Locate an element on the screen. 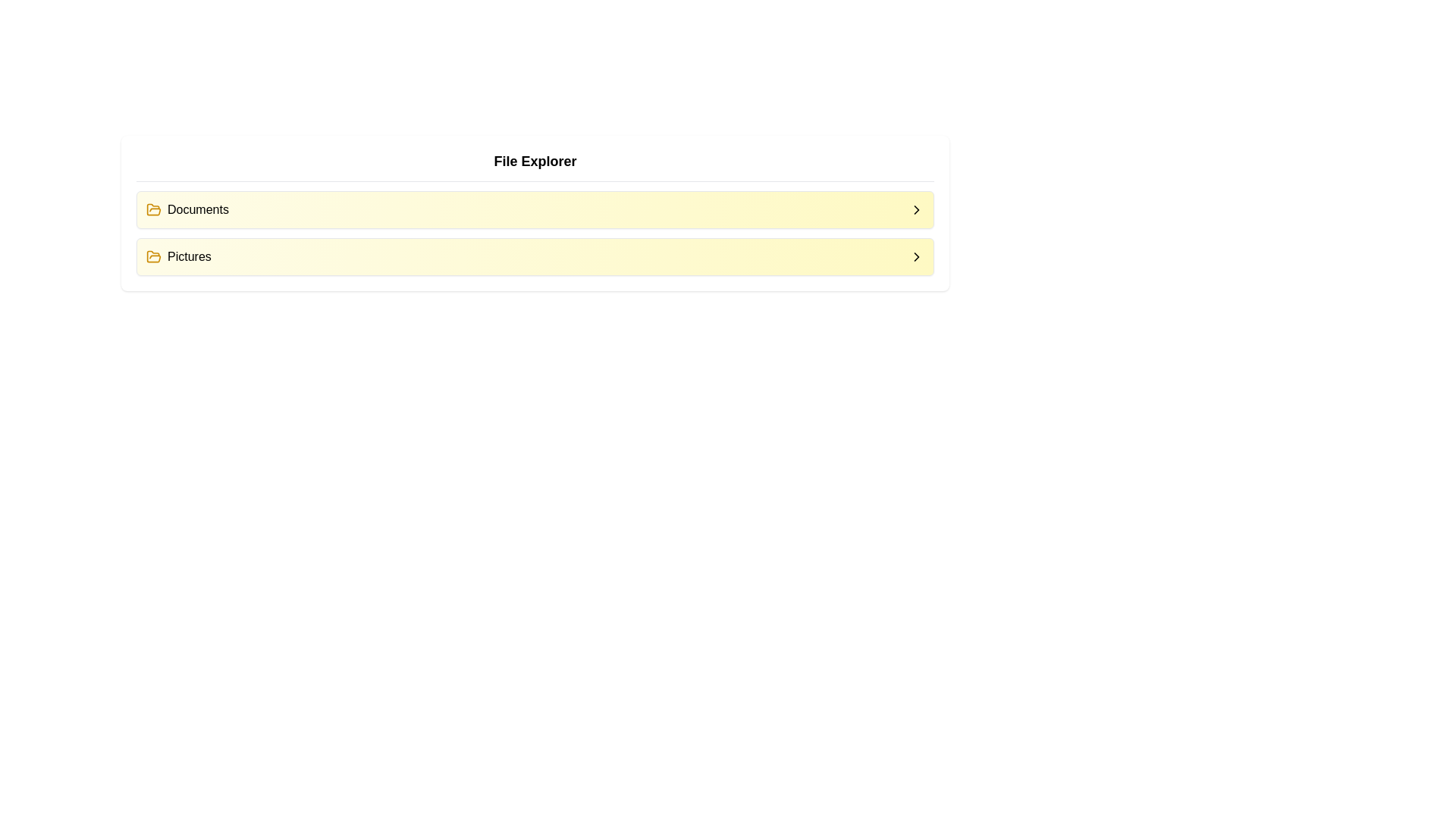  the text label 'Documents' of the list item with an open folder icon is located at coordinates (187, 210).